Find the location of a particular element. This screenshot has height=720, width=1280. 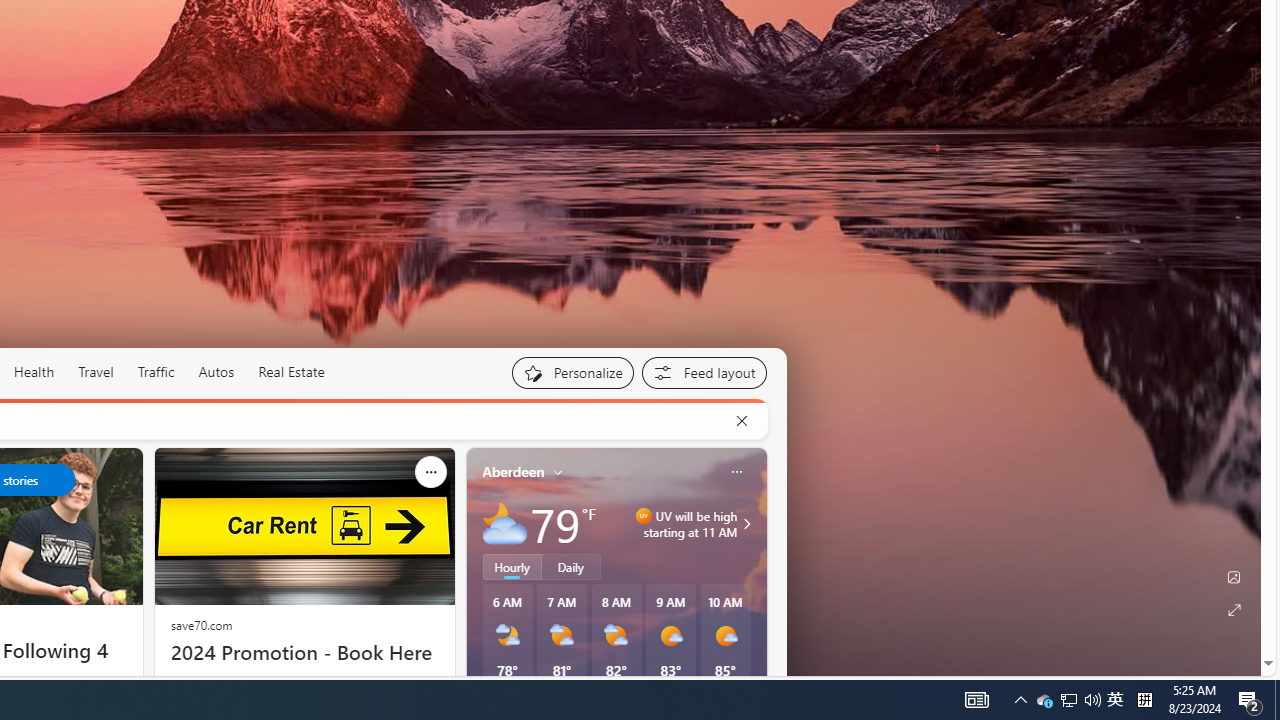

'Feed settings' is located at coordinates (704, 372).